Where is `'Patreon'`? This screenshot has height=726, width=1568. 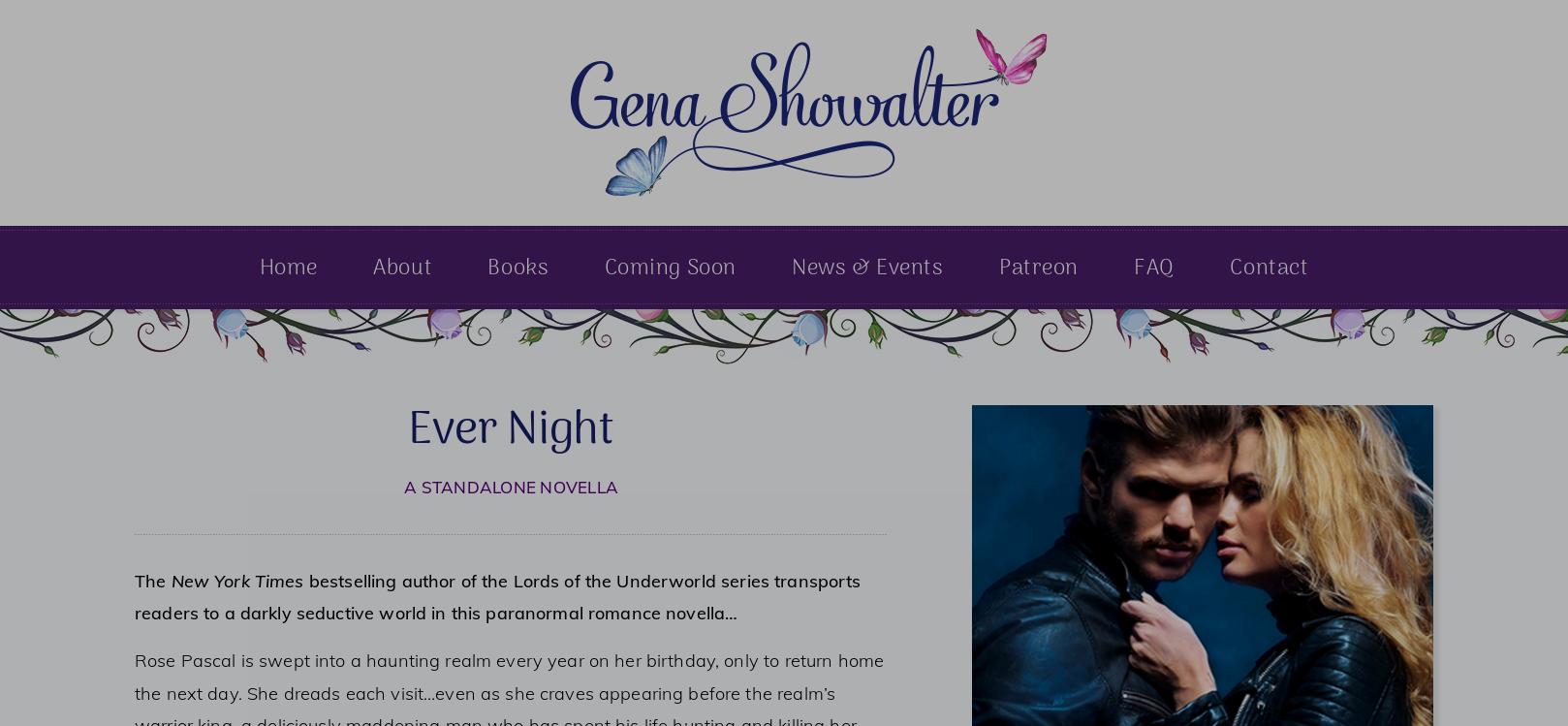
'Patreon' is located at coordinates (1036, 268).